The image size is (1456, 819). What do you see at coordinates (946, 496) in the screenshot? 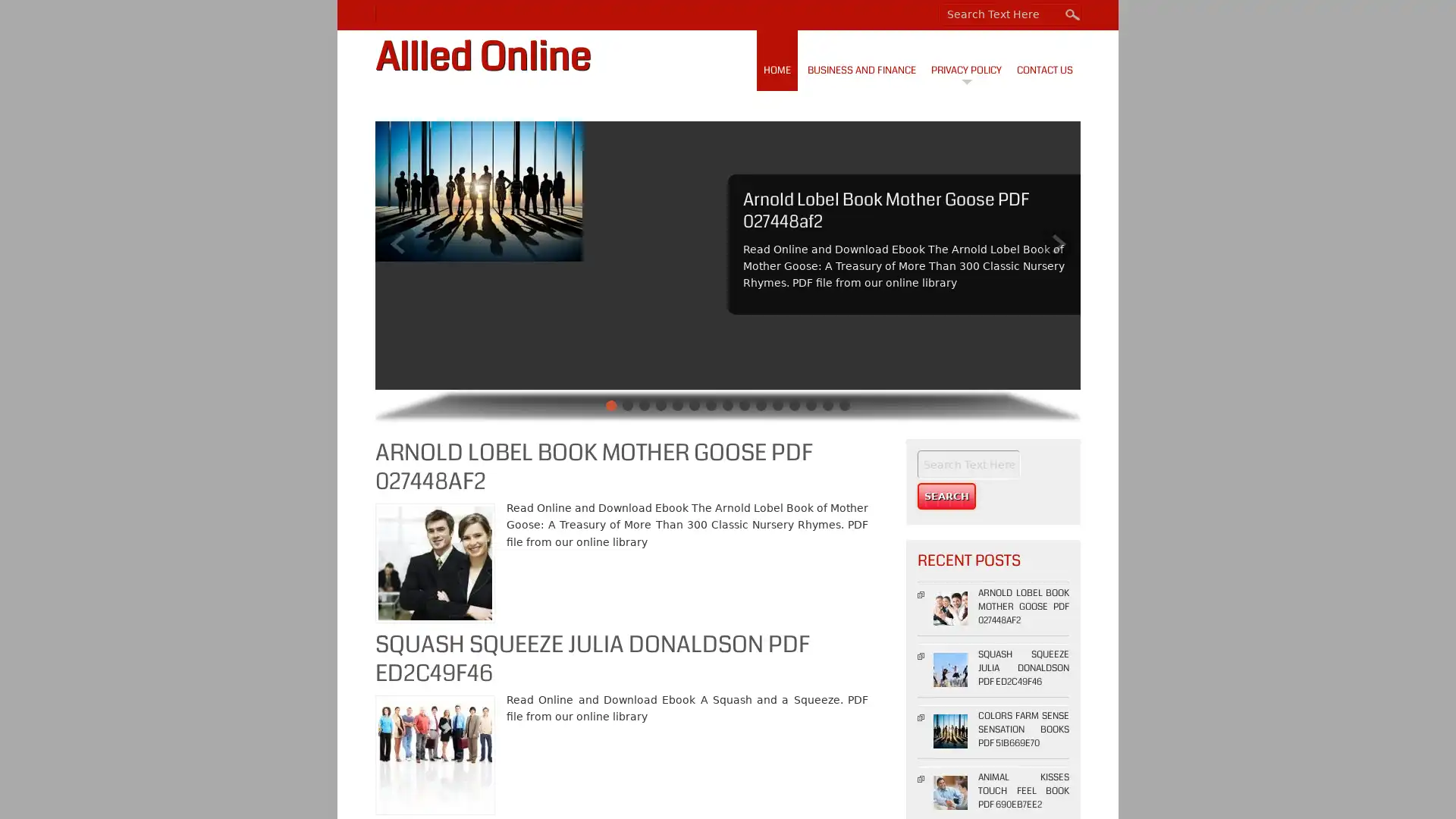
I see `Search` at bounding box center [946, 496].